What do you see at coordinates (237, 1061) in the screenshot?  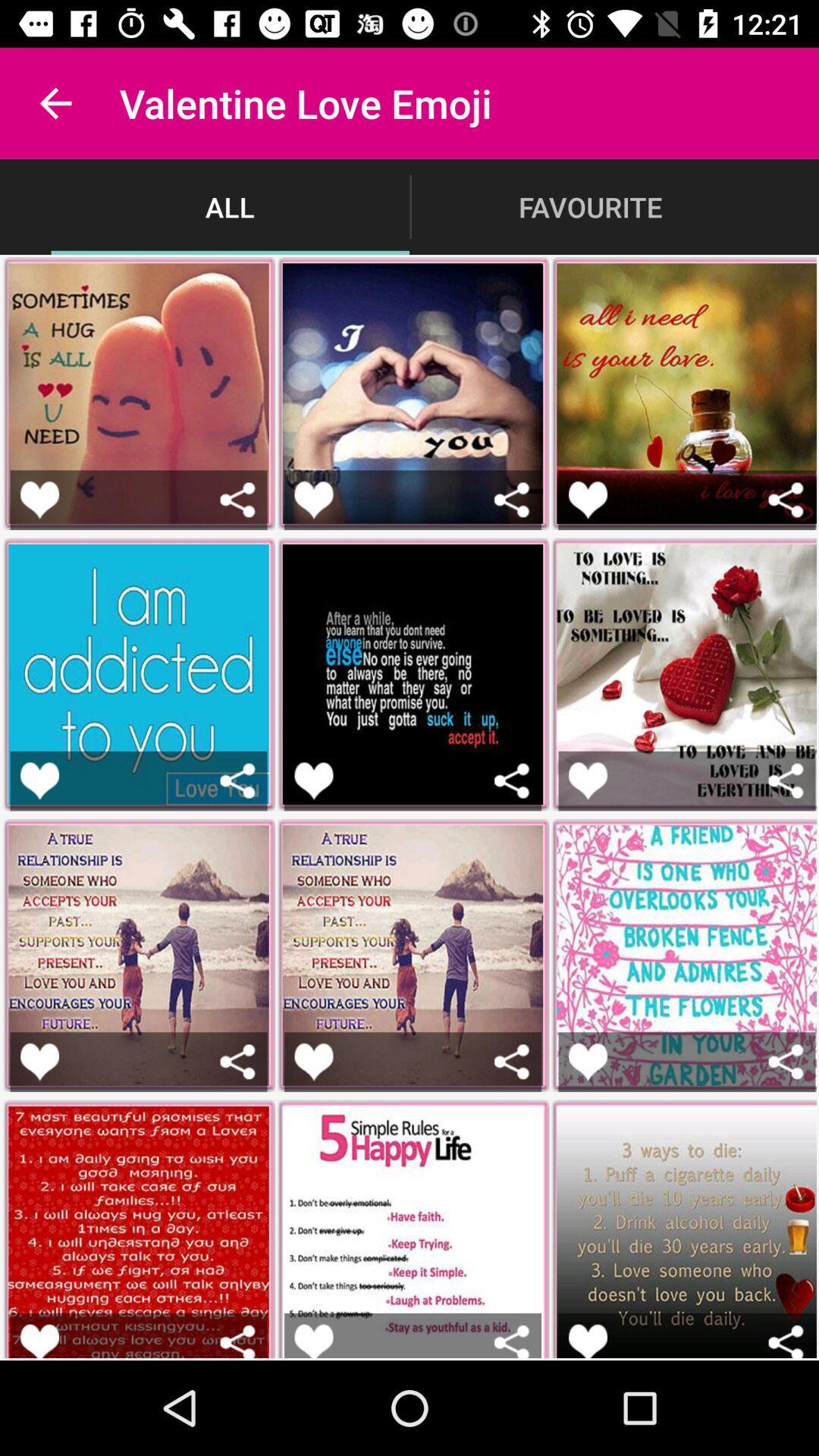 I see `share photo` at bounding box center [237, 1061].